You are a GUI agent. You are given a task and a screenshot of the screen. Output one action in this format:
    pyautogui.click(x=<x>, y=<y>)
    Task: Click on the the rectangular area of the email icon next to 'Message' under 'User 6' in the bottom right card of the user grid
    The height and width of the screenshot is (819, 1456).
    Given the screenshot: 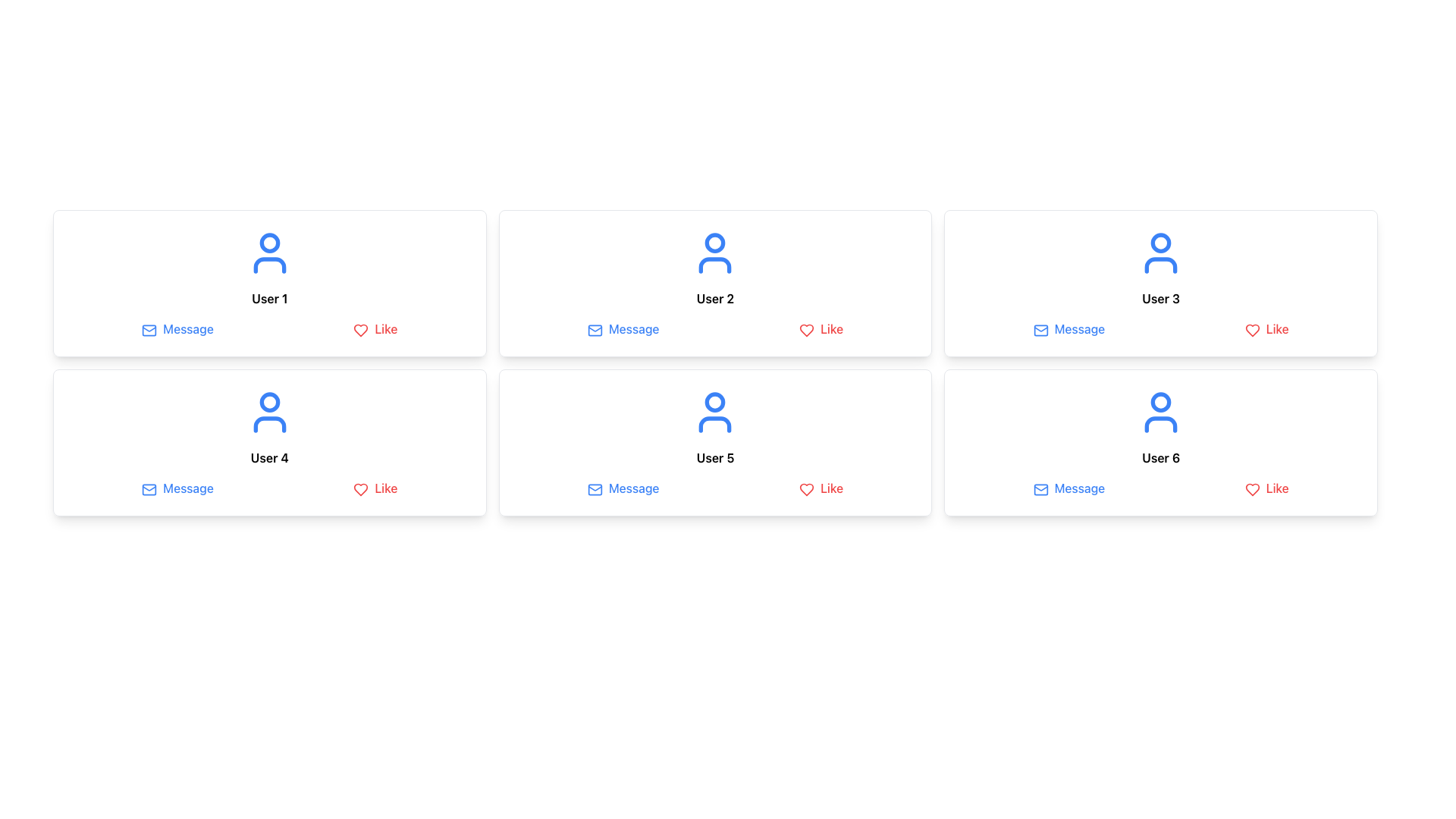 What is the action you would take?
    pyautogui.click(x=1040, y=489)
    